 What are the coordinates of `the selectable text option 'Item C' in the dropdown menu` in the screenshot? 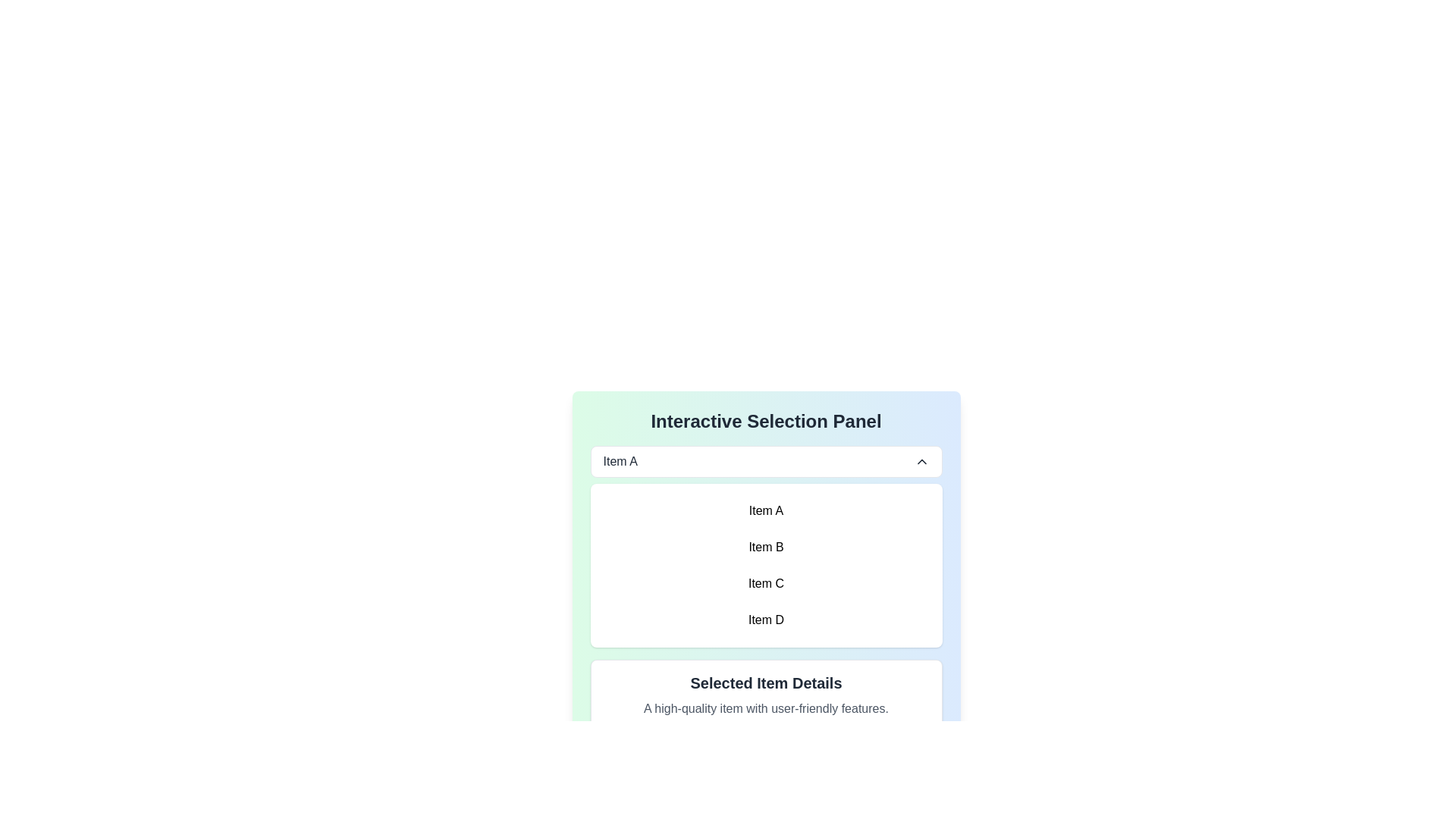 It's located at (766, 590).